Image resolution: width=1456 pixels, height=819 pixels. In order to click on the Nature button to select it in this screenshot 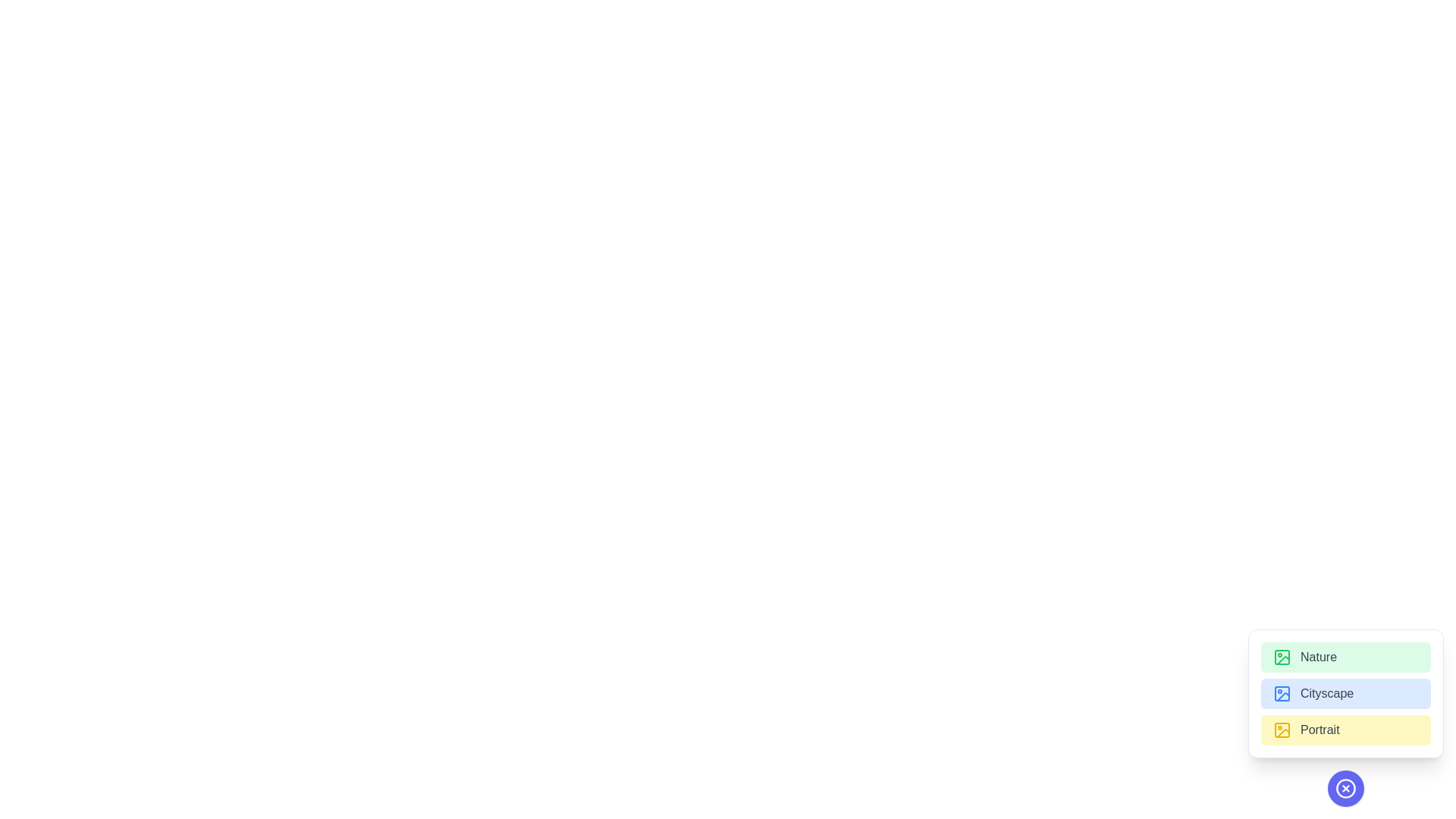, I will do `click(1346, 657)`.